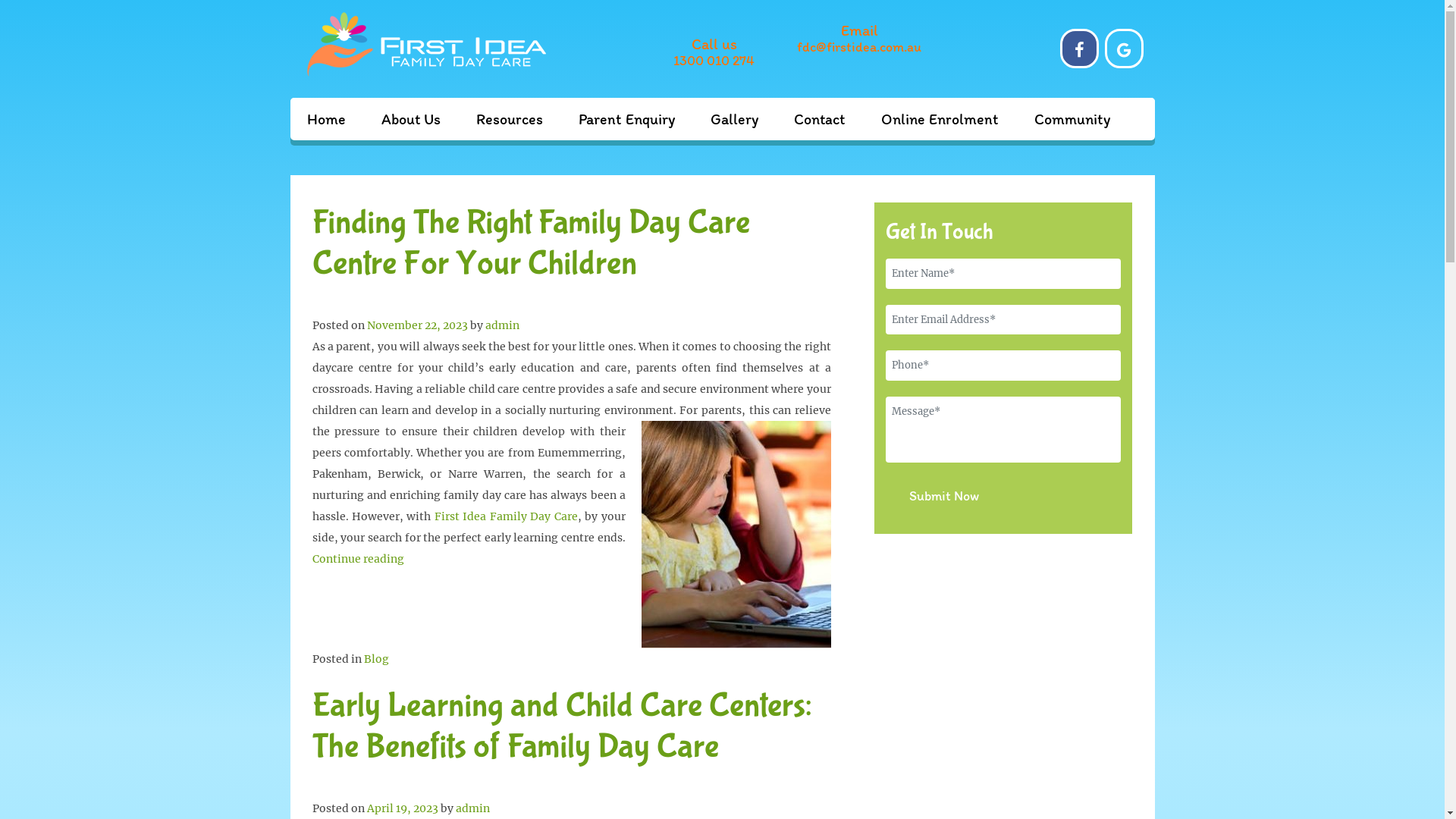  What do you see at coordinates (325, 118) in the screenshot?
I see `'Home'` at bounding box center [325, 118].